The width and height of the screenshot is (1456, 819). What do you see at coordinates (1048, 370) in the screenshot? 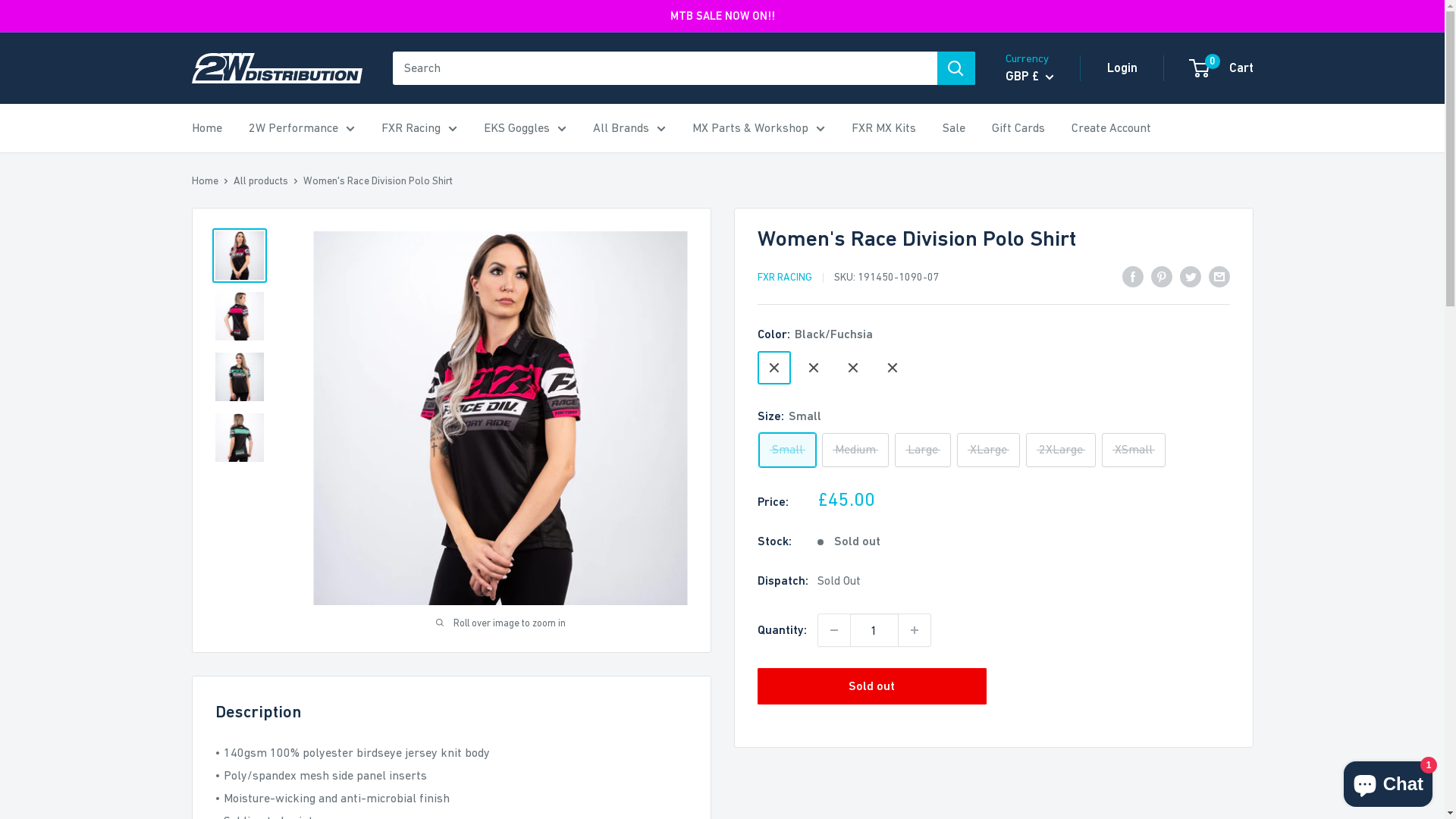
I see `'ISK'` at bounding box center [1048, 370].